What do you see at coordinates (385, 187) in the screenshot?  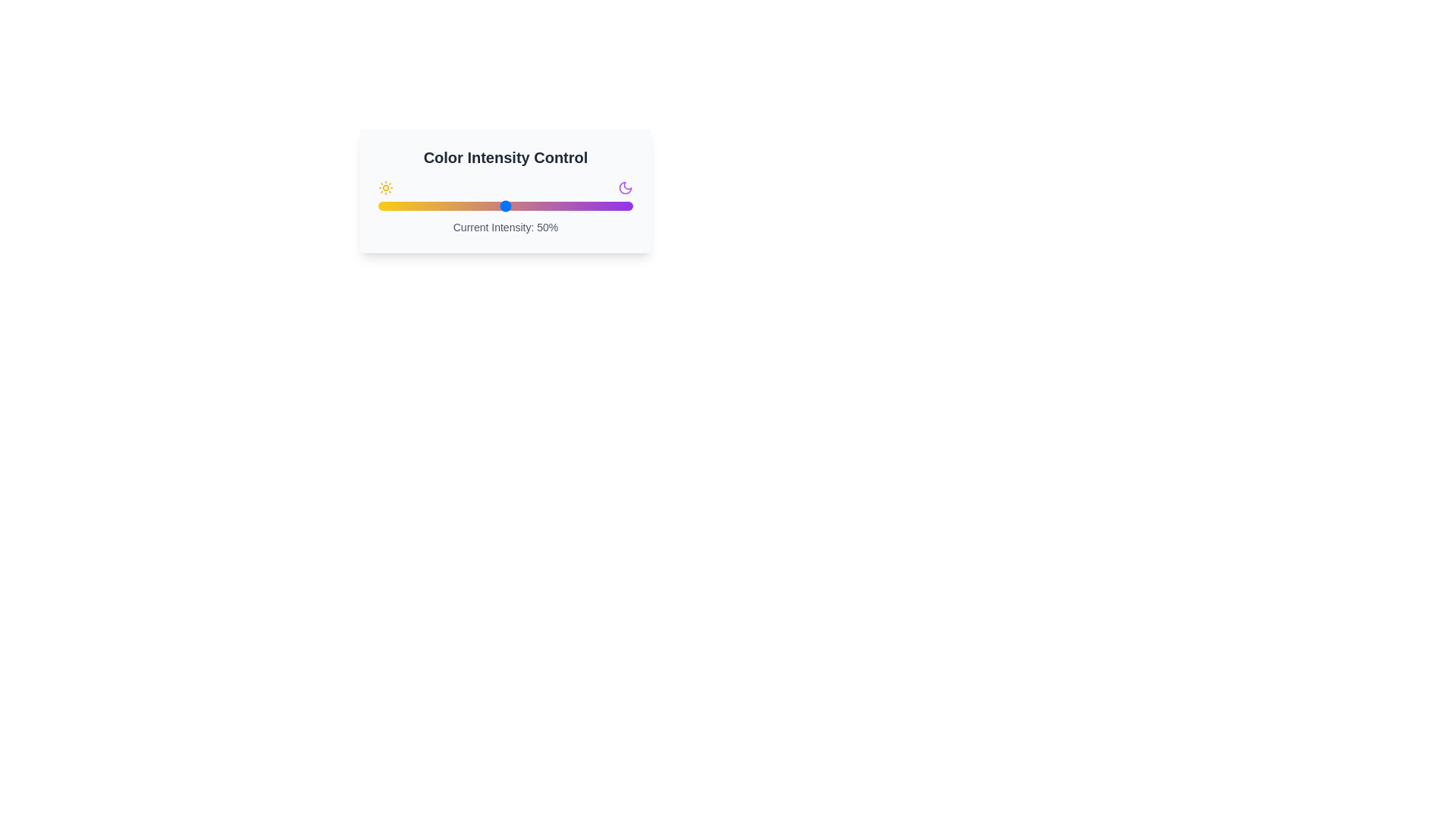 I see `the sun icon to select it` at bounding box center [385, 187].